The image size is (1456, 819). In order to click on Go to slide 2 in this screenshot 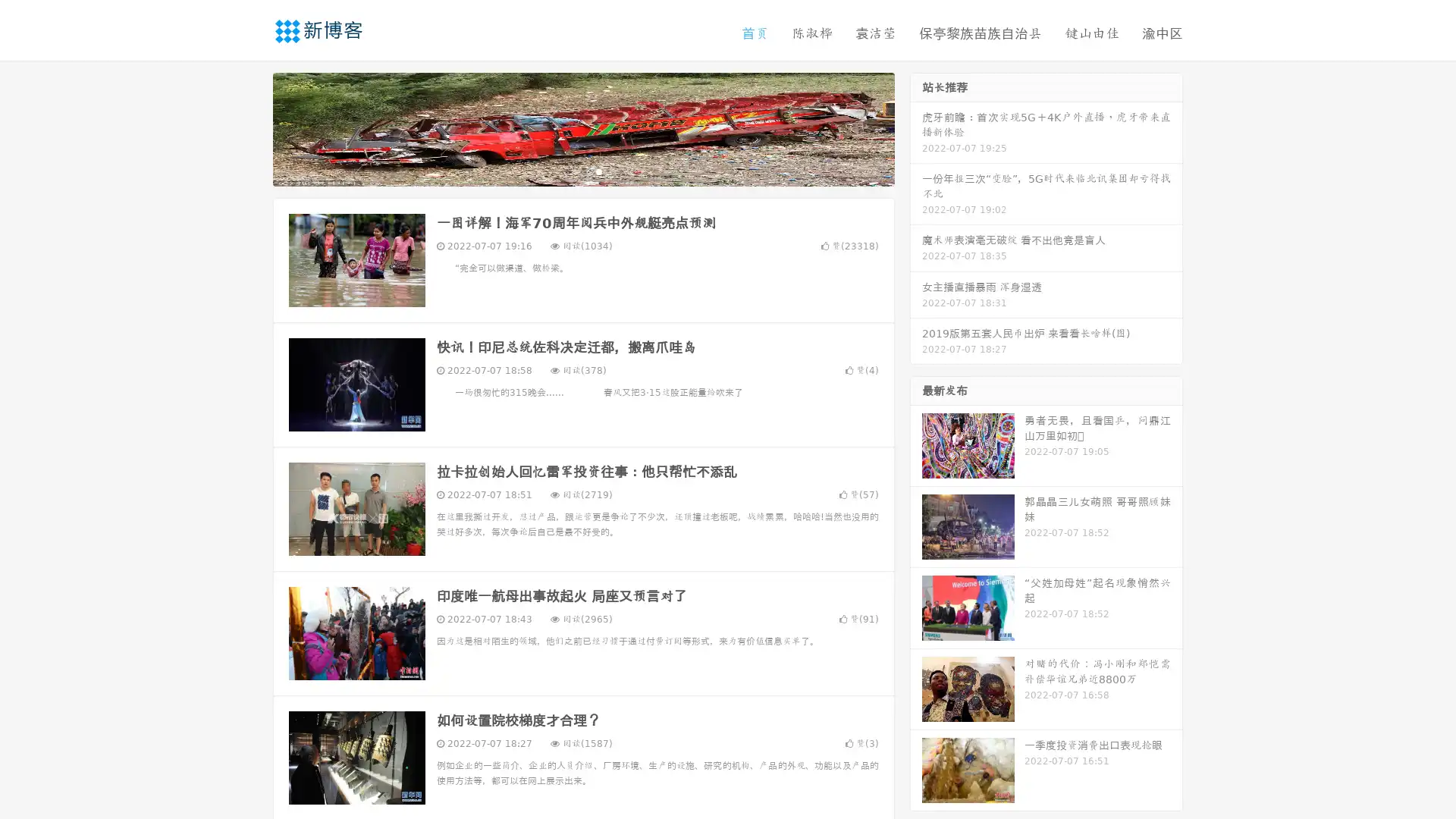, I will do `click(582, 171)`.